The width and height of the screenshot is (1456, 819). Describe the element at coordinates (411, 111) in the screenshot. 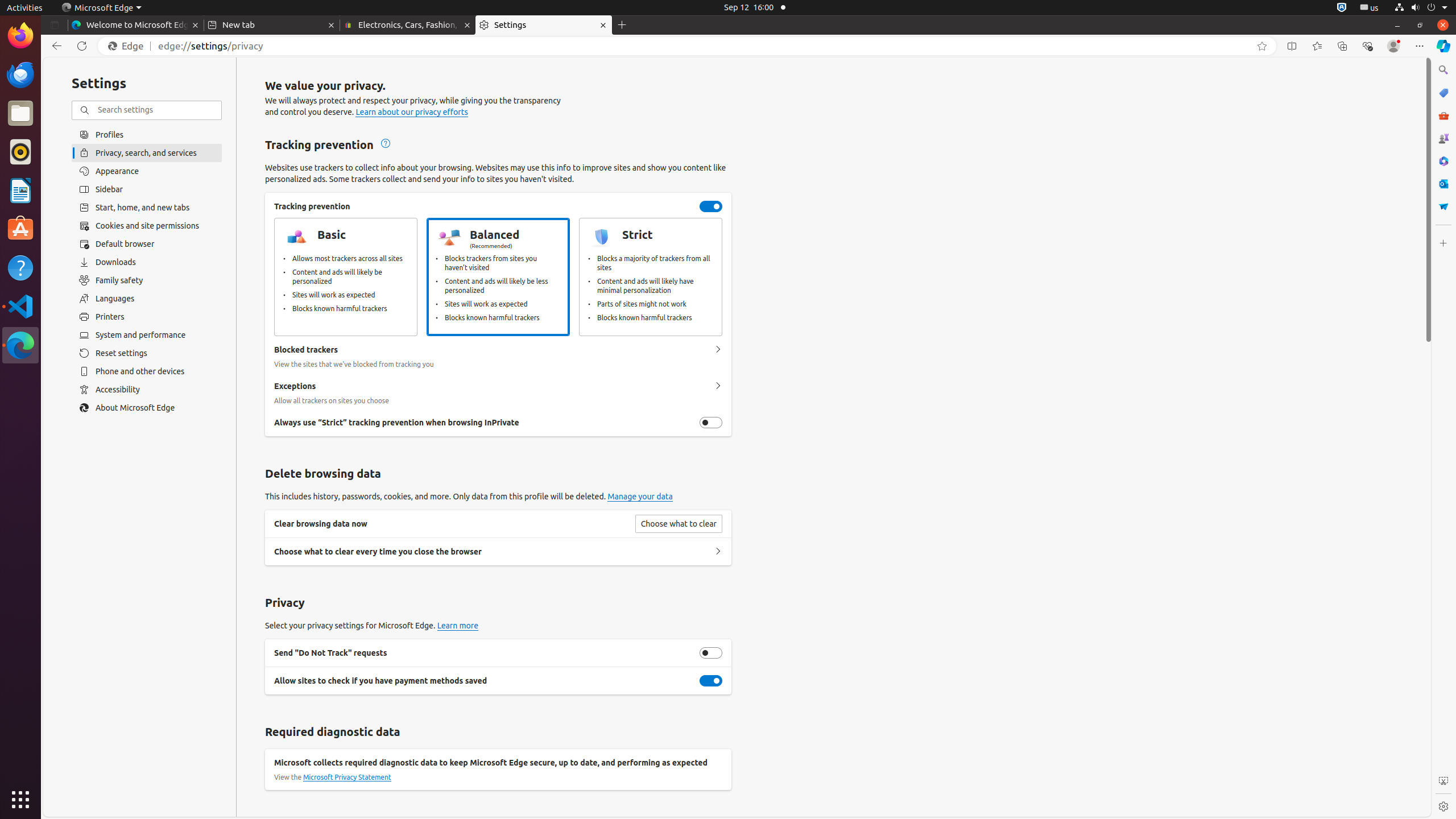

I see `'Learn about our privacy efforts'` at that location.